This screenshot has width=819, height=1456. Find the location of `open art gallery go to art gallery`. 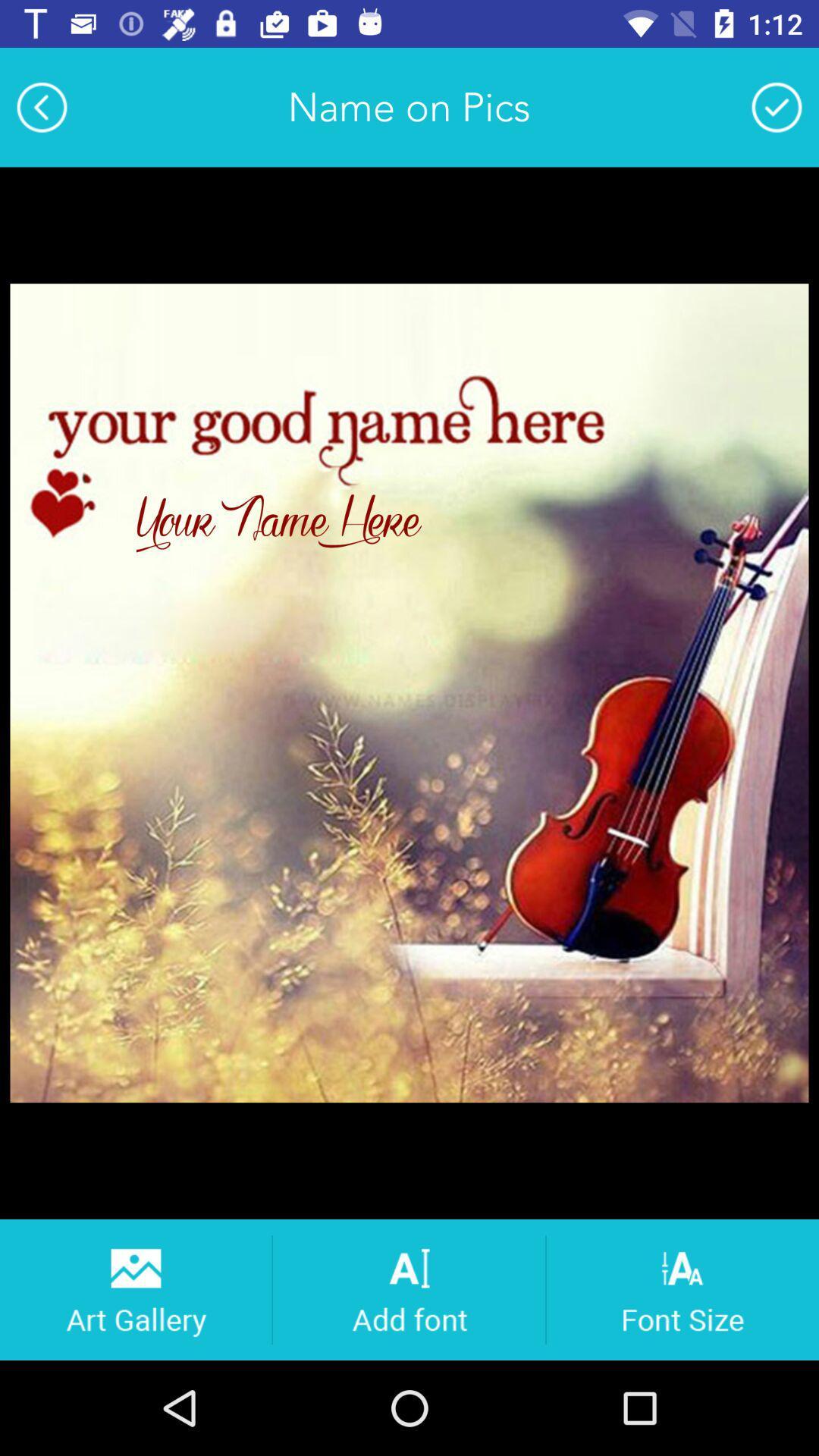

open art gallery go to art gallery is located at coordinates (134, 1288).